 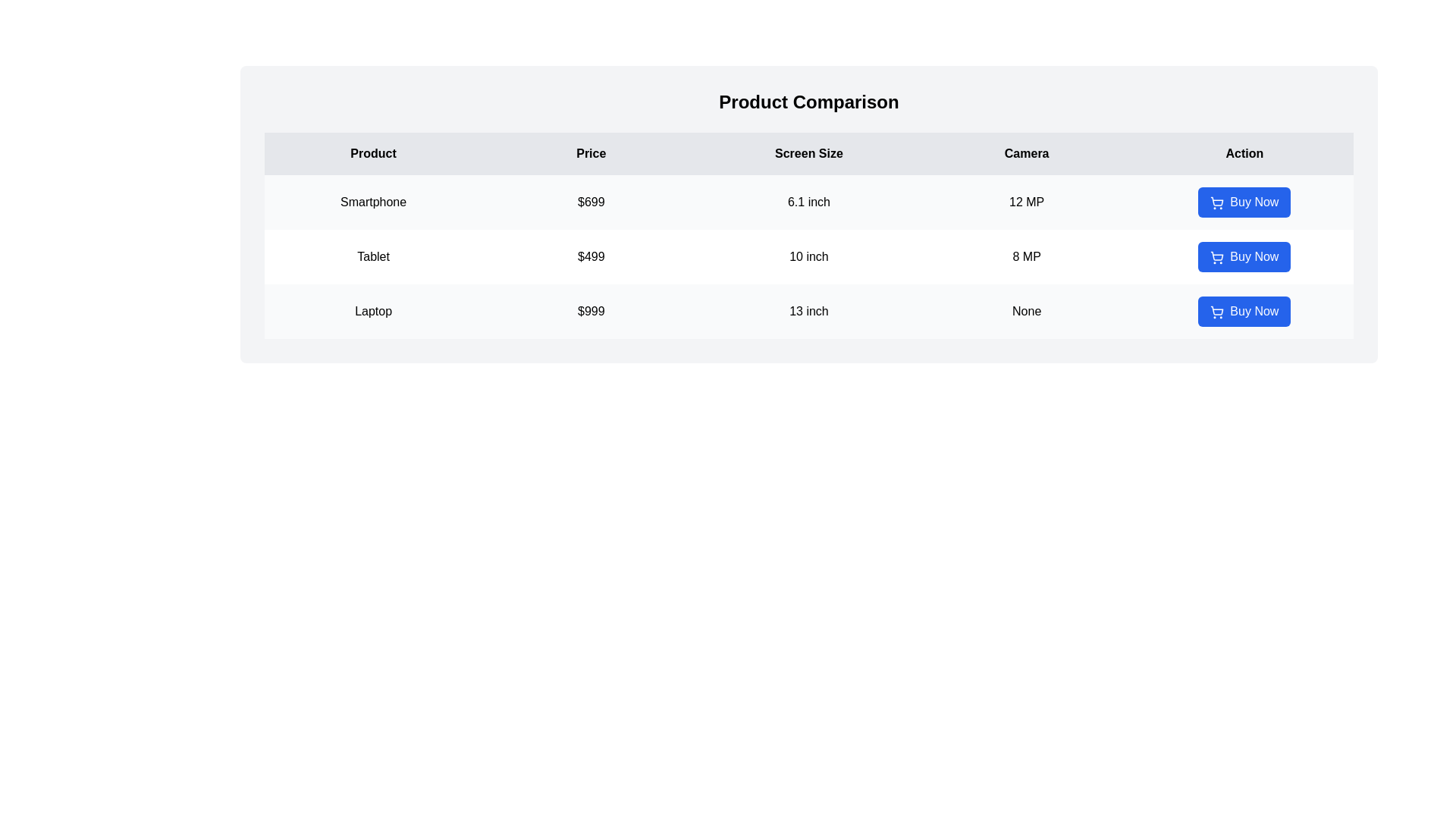 I want to click on the text '<text>' in the table to select it, so click(x=373, y=201).